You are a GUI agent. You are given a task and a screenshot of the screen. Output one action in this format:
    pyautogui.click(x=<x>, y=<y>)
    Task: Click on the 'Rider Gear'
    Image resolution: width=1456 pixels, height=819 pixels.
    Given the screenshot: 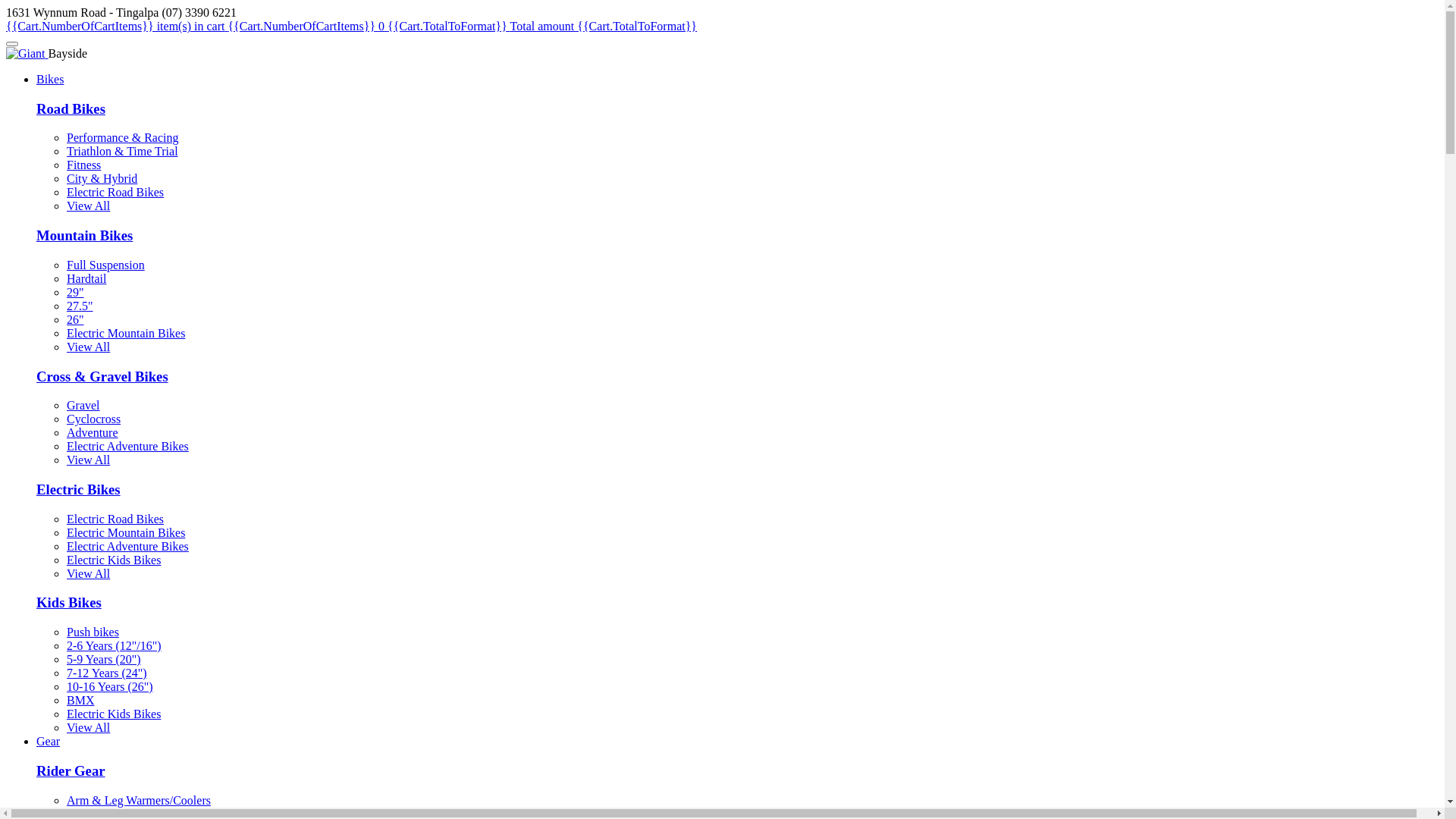 What is the action you would take?
    pyautogui.click(x=70, y=770)
    